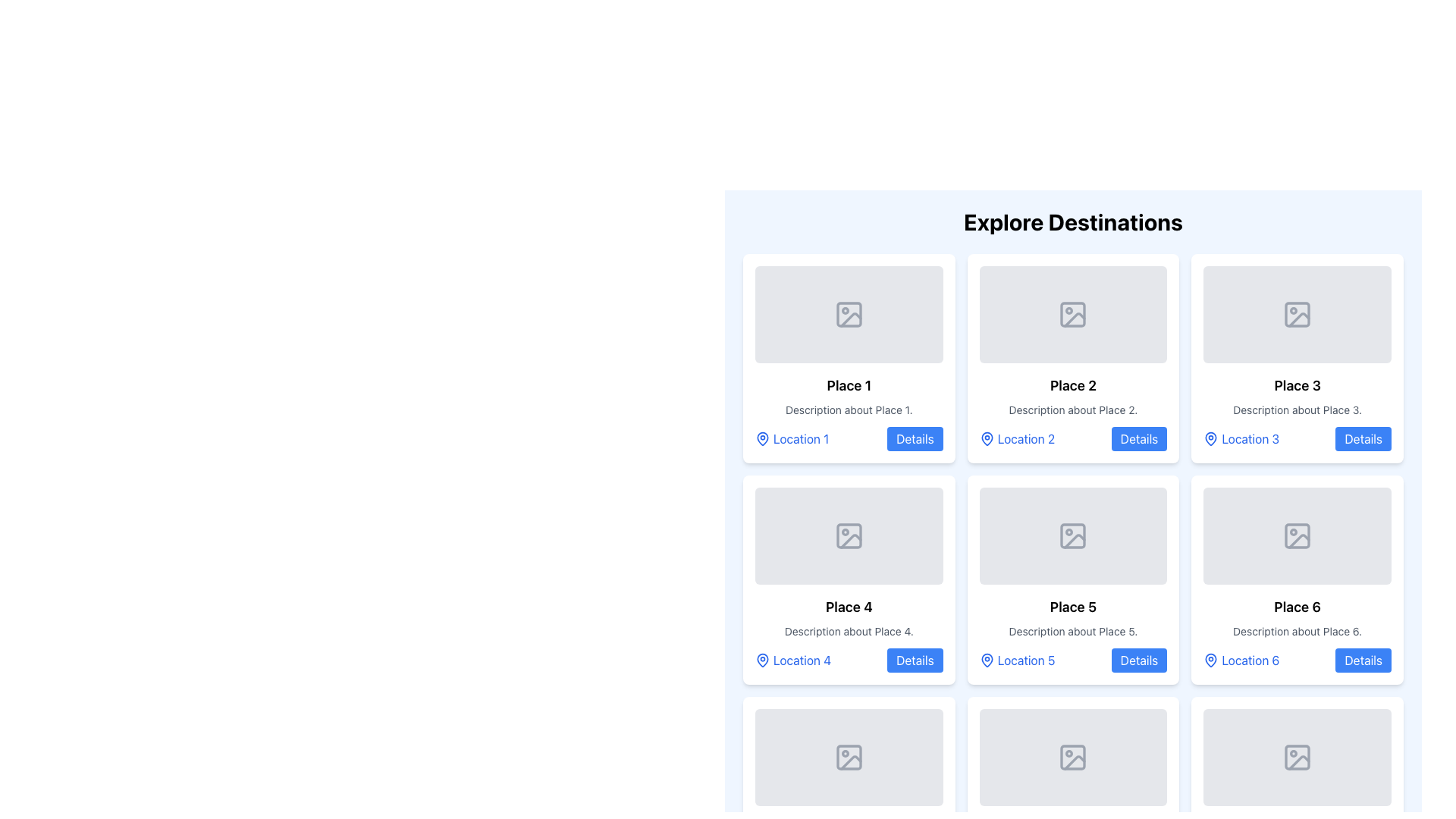  I want to click on the placeholder image icon located in the upper central section of the 'Place 5' card, which indicates the absence of content, so click(1072, 535).